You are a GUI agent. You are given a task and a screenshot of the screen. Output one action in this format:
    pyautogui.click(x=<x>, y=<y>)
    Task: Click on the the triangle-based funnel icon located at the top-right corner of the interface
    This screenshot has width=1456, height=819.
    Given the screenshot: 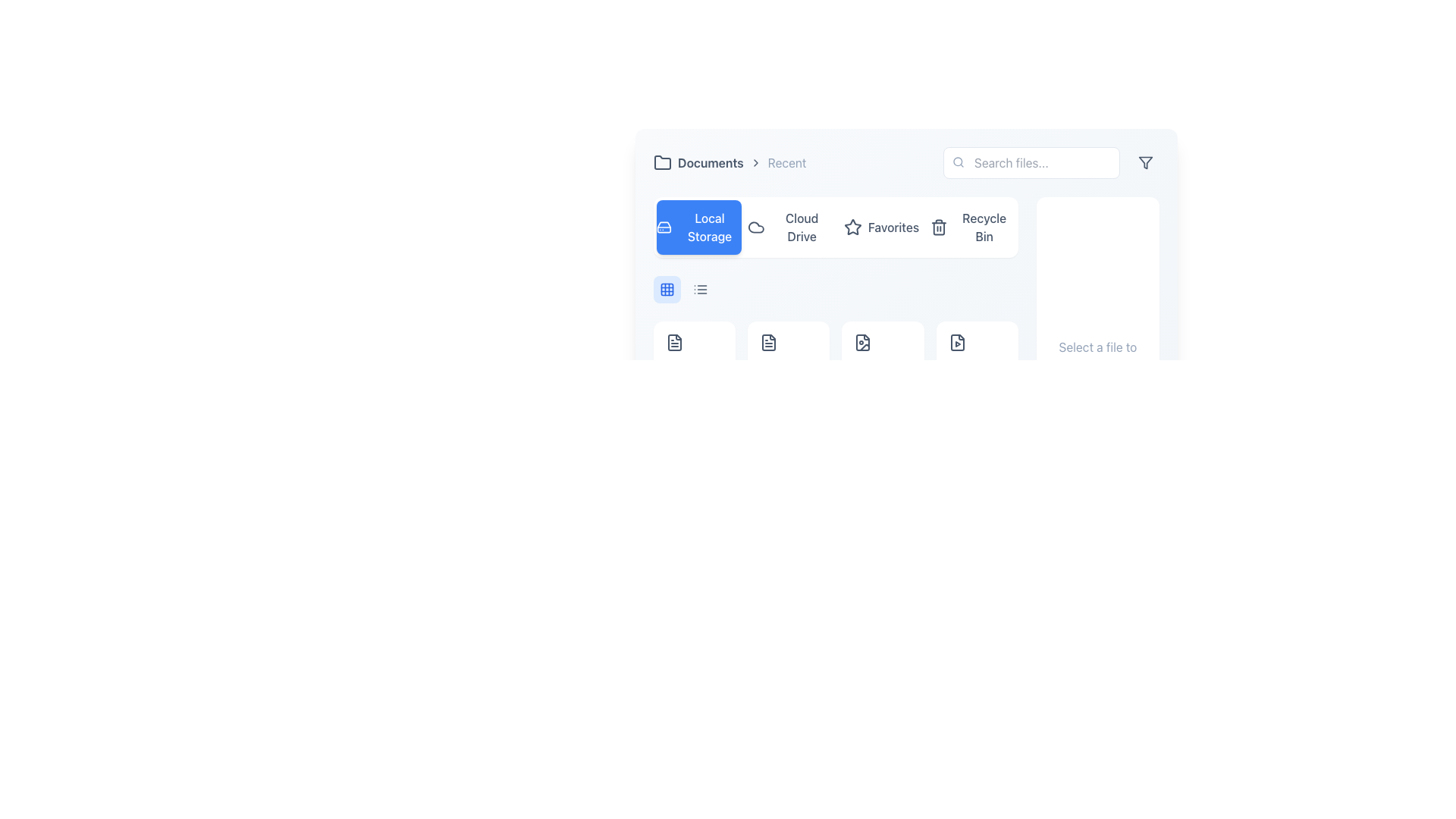 What is the action you would take?
    pyautogui.click(x=1146, y=163)
    